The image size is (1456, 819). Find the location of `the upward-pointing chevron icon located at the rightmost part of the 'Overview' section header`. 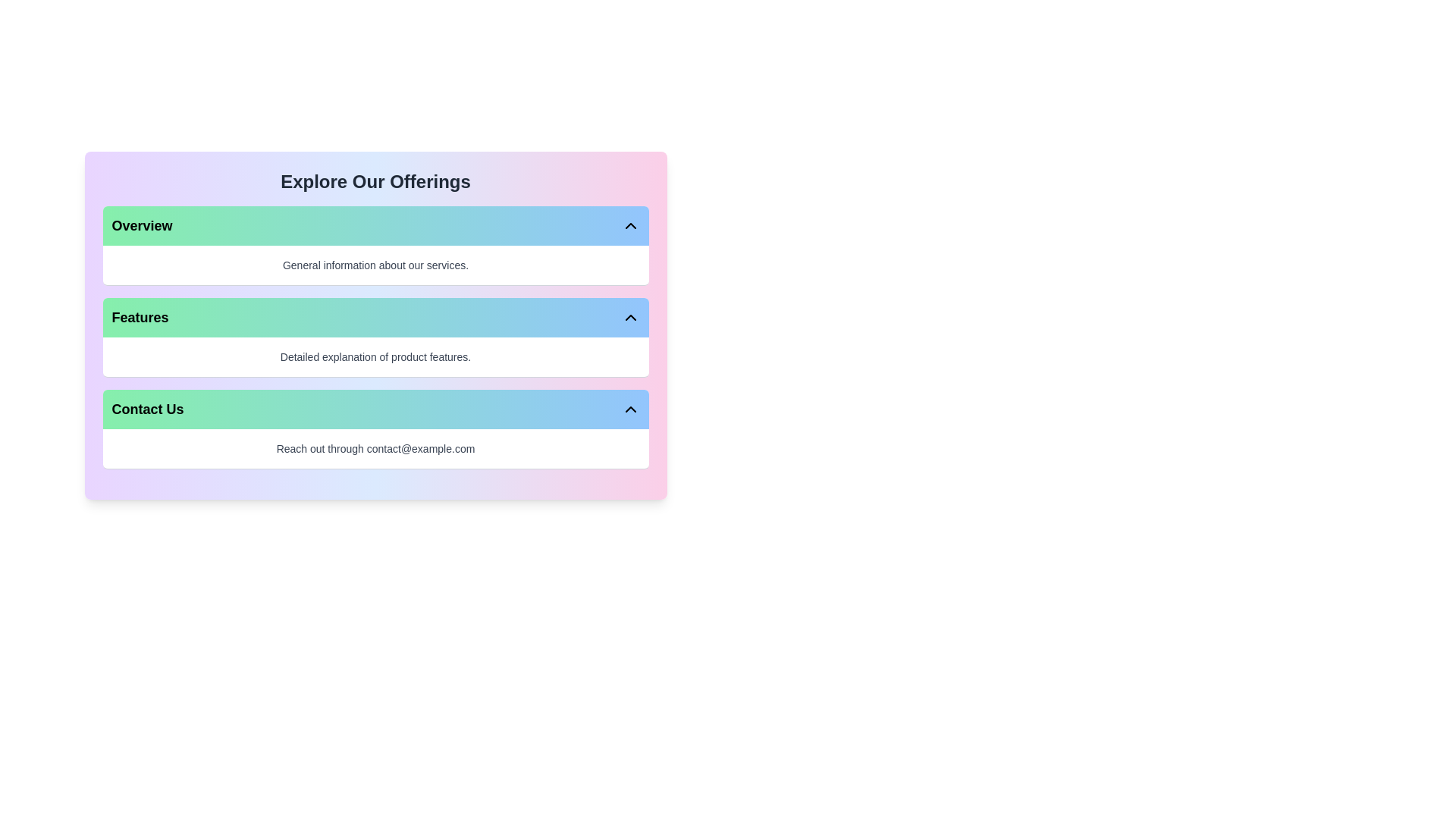

the upward-pointing chevron icon located at the rightmost part of the 'Overview' section header is located at coordinates (630, 225).